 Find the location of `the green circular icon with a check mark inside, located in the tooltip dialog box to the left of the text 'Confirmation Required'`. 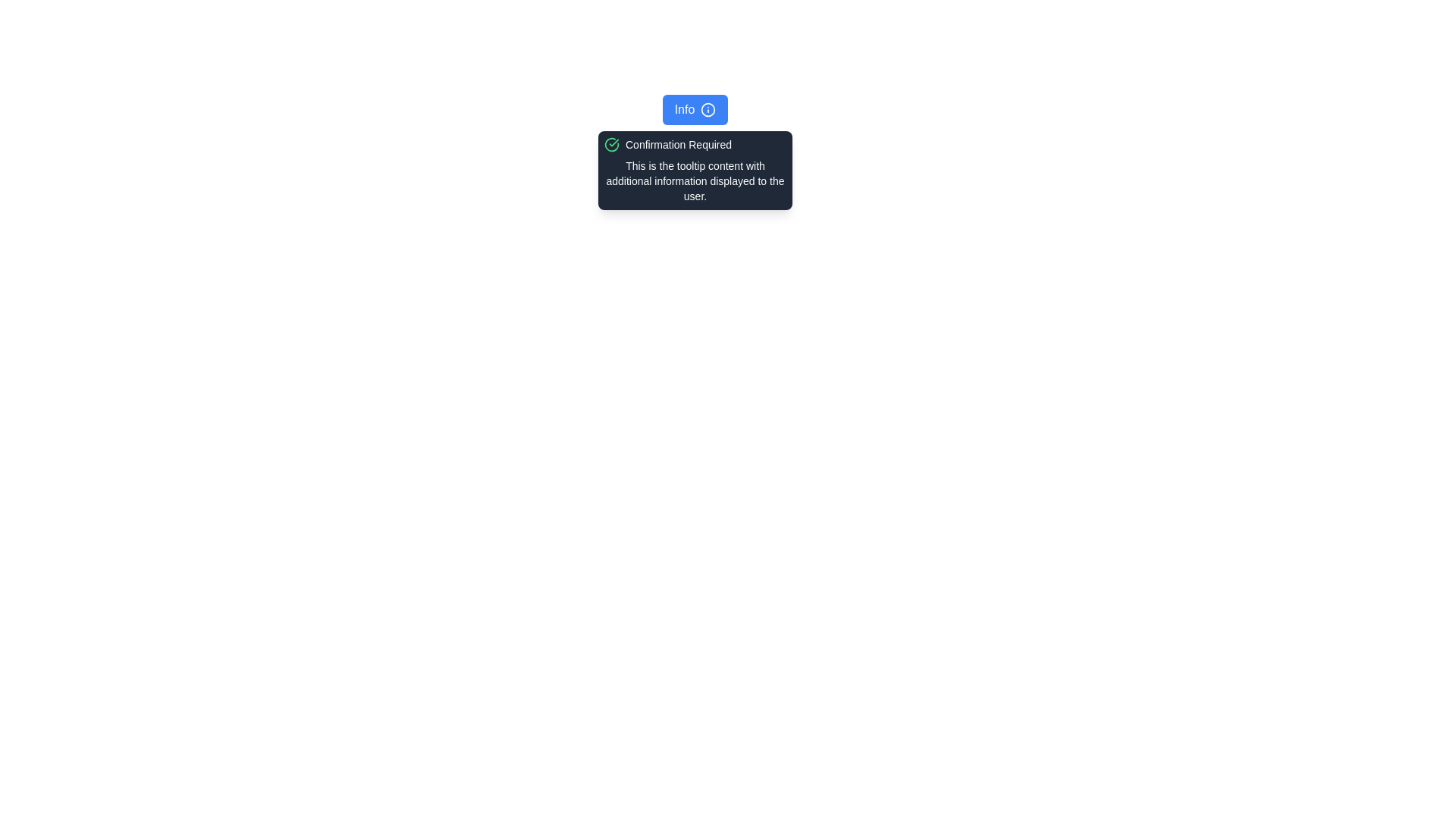

the green circular icon with a check mark inside, located in the tooltip dialog box to the left of the text 'Confirmation Required' is located at coordinates (611, 145).